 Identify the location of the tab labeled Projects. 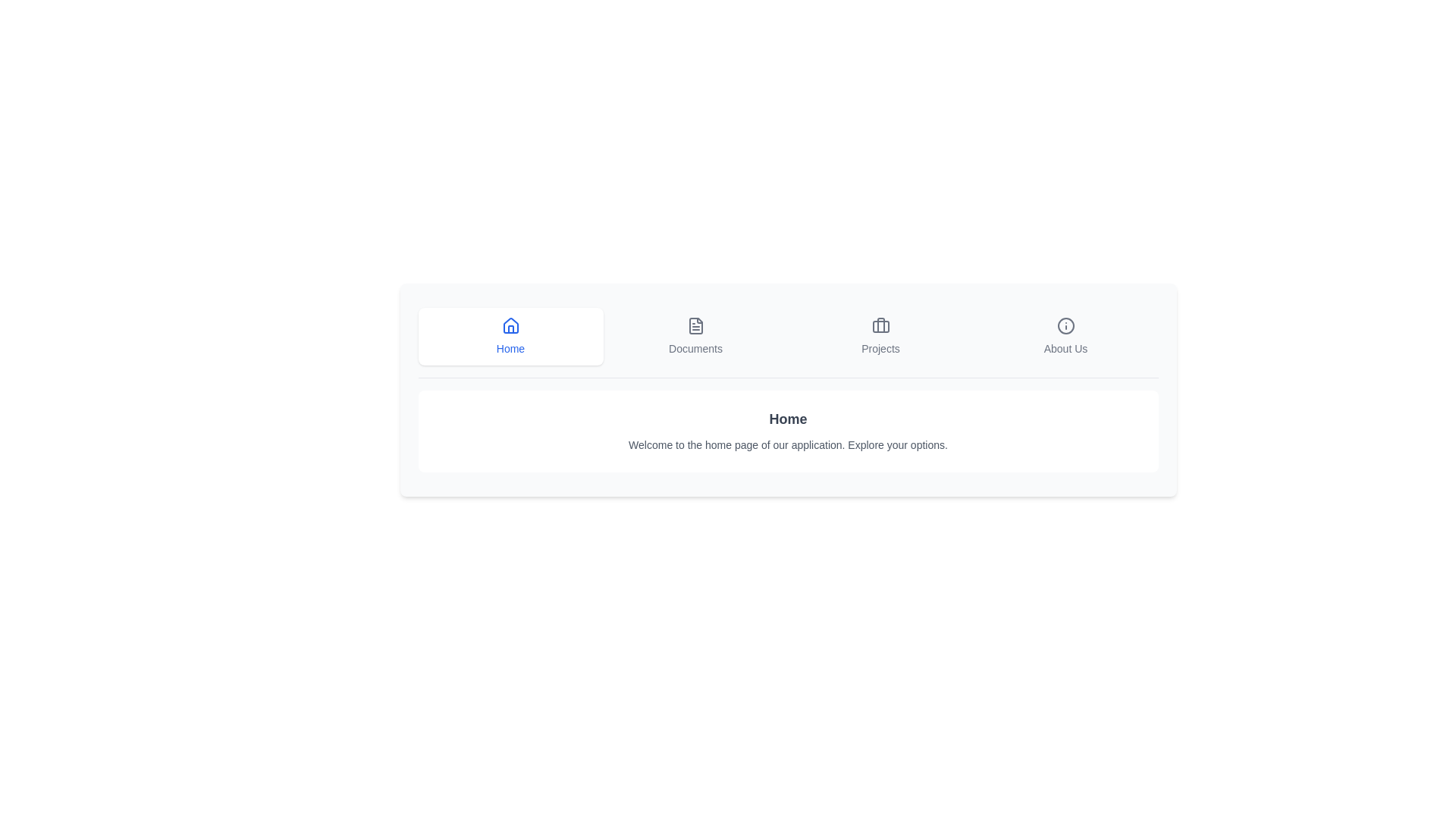
(880, 335).